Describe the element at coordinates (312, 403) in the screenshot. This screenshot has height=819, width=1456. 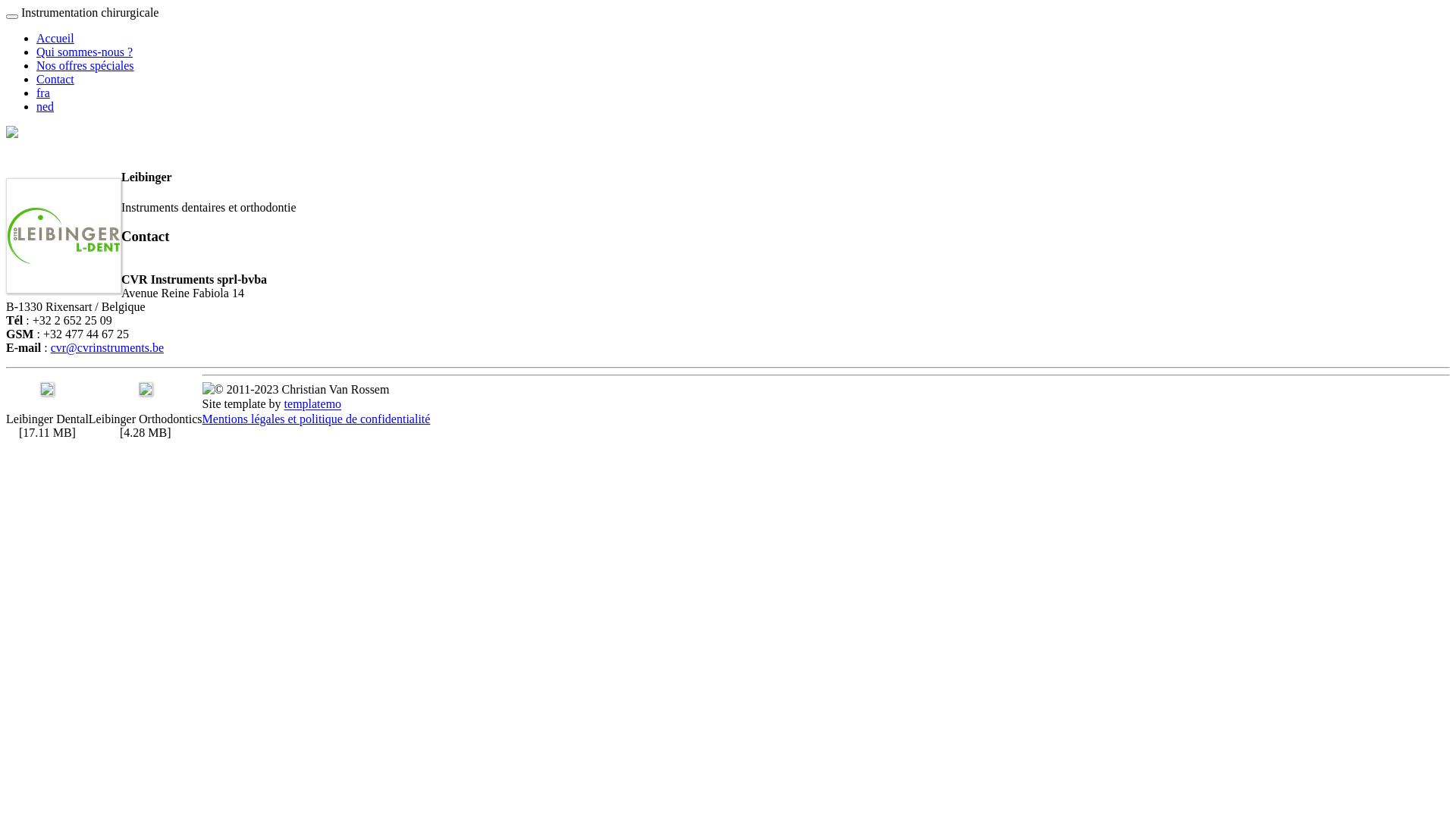
I see `'templatemo'` at that location.